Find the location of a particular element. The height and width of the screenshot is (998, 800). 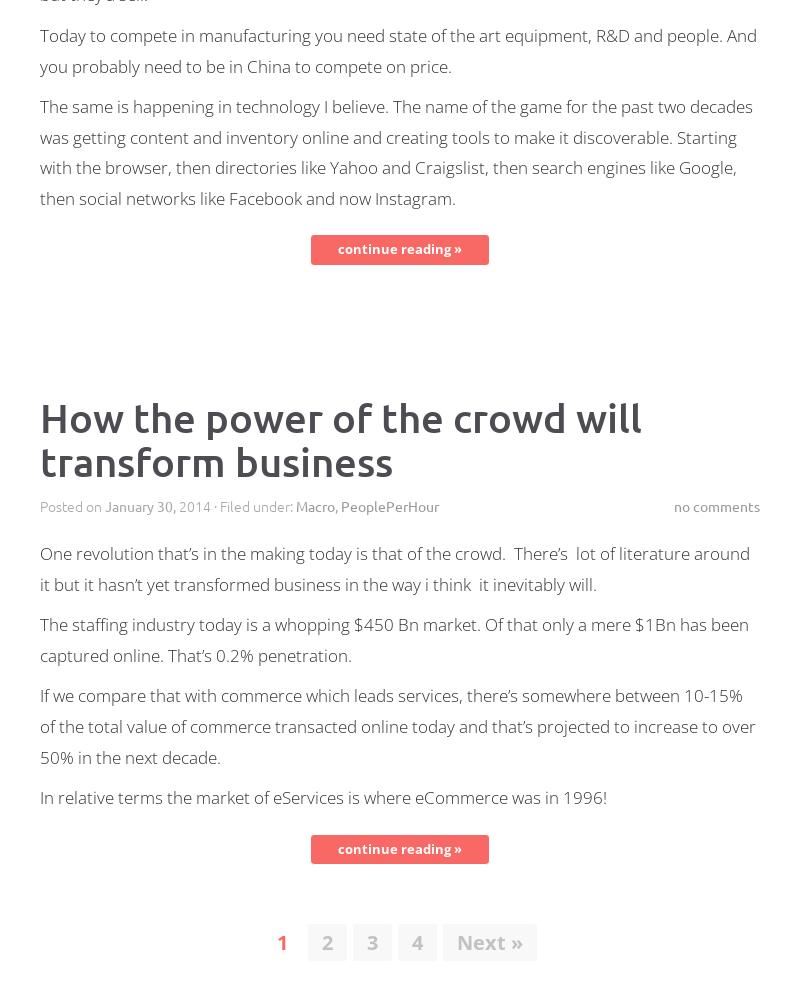

'How the power of the crowd will transform business' is located at coordinates (341, 438).